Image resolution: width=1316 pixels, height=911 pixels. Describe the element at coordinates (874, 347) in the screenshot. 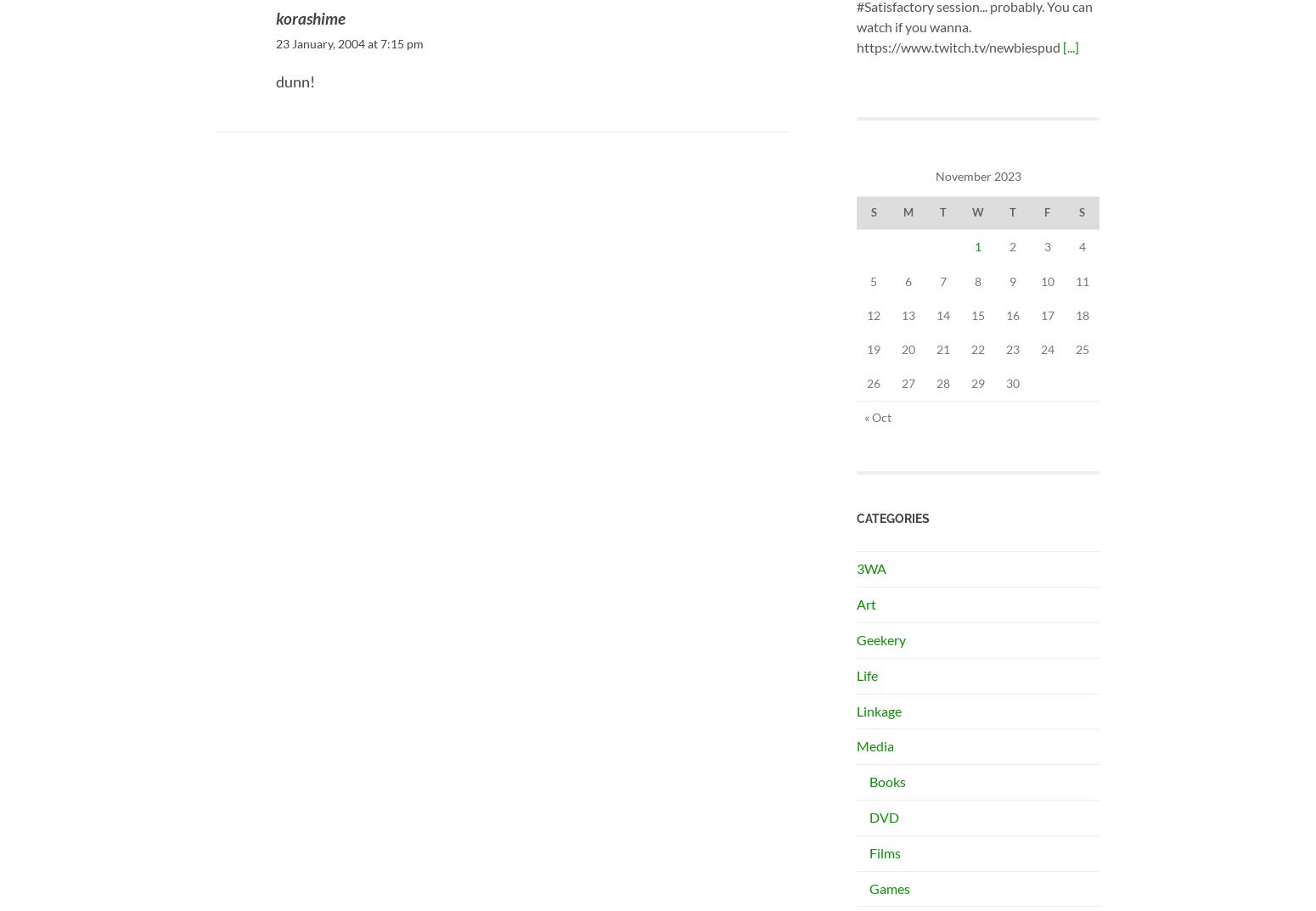

I see `'19'` at that location.